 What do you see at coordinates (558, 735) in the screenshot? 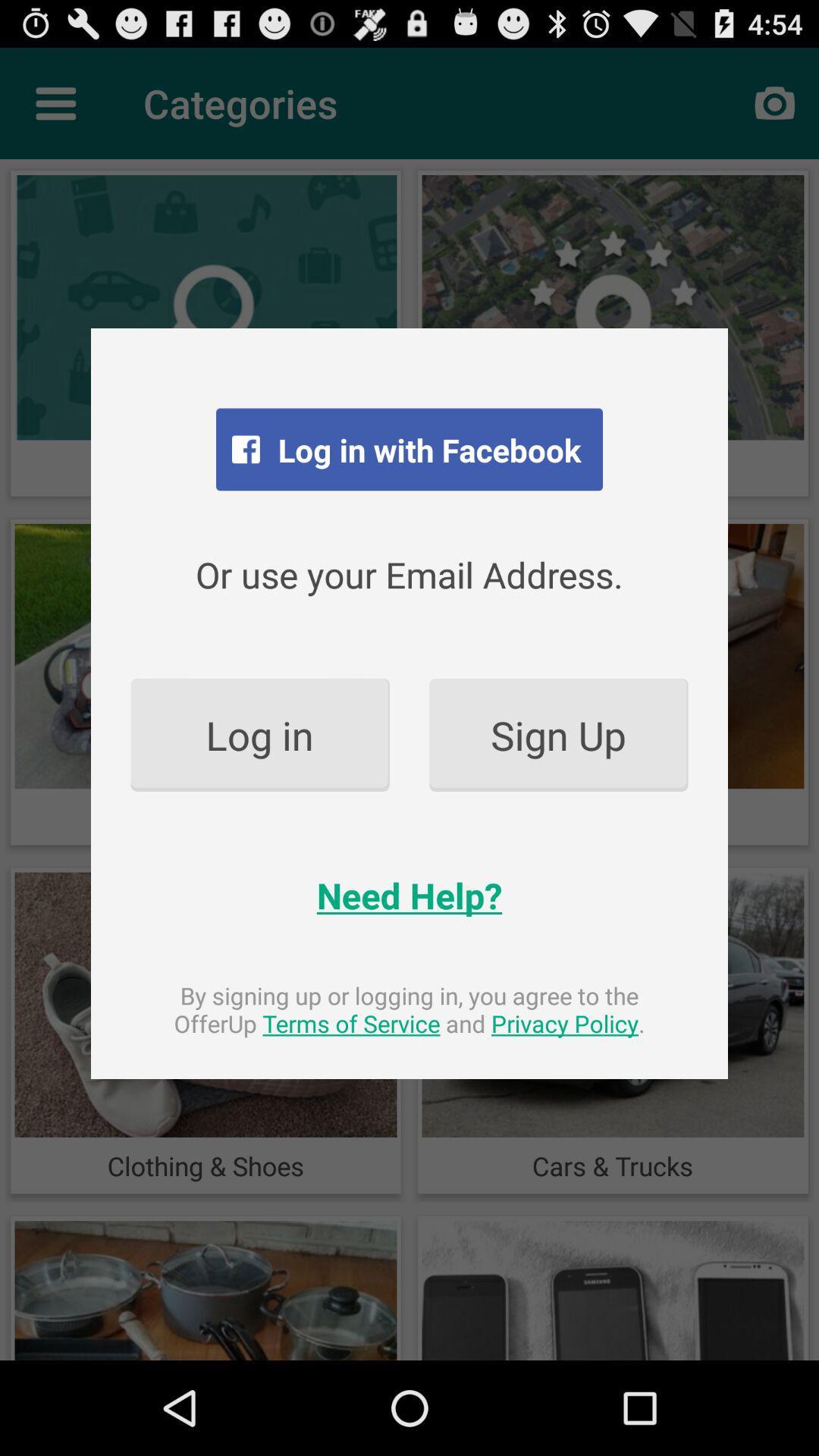
I see `icon above need help? icon` at bounding box center [558, 735].